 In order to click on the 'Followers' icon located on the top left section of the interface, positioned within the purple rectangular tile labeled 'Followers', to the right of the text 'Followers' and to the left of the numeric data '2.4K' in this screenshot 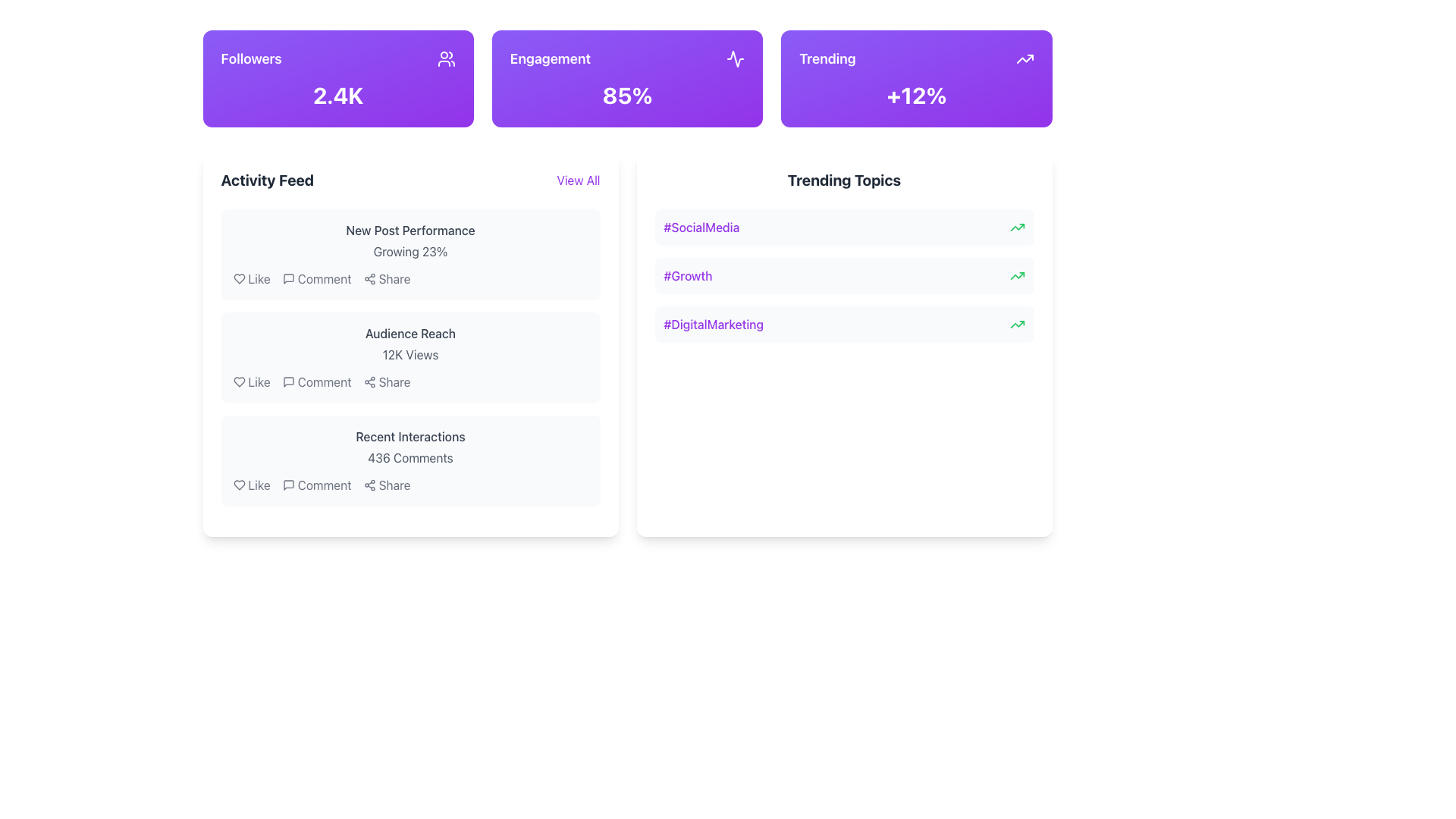, I will do `click(445, 58)`.